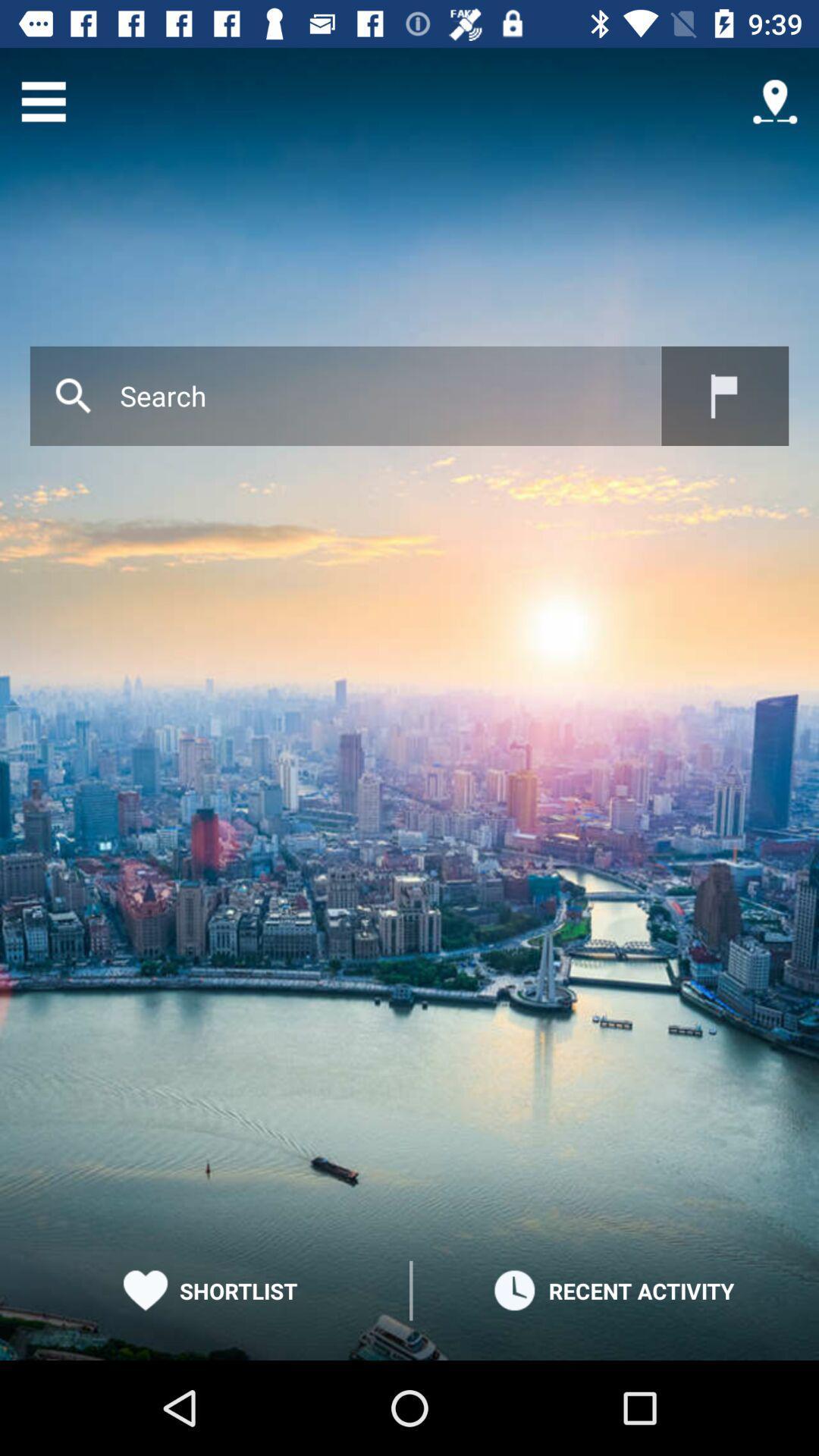 Image resolution: width=819 pixels, height=1456 pixels. Describe the element at coordinates (724, 396) in the screenshot. I see `flag search` at that location.